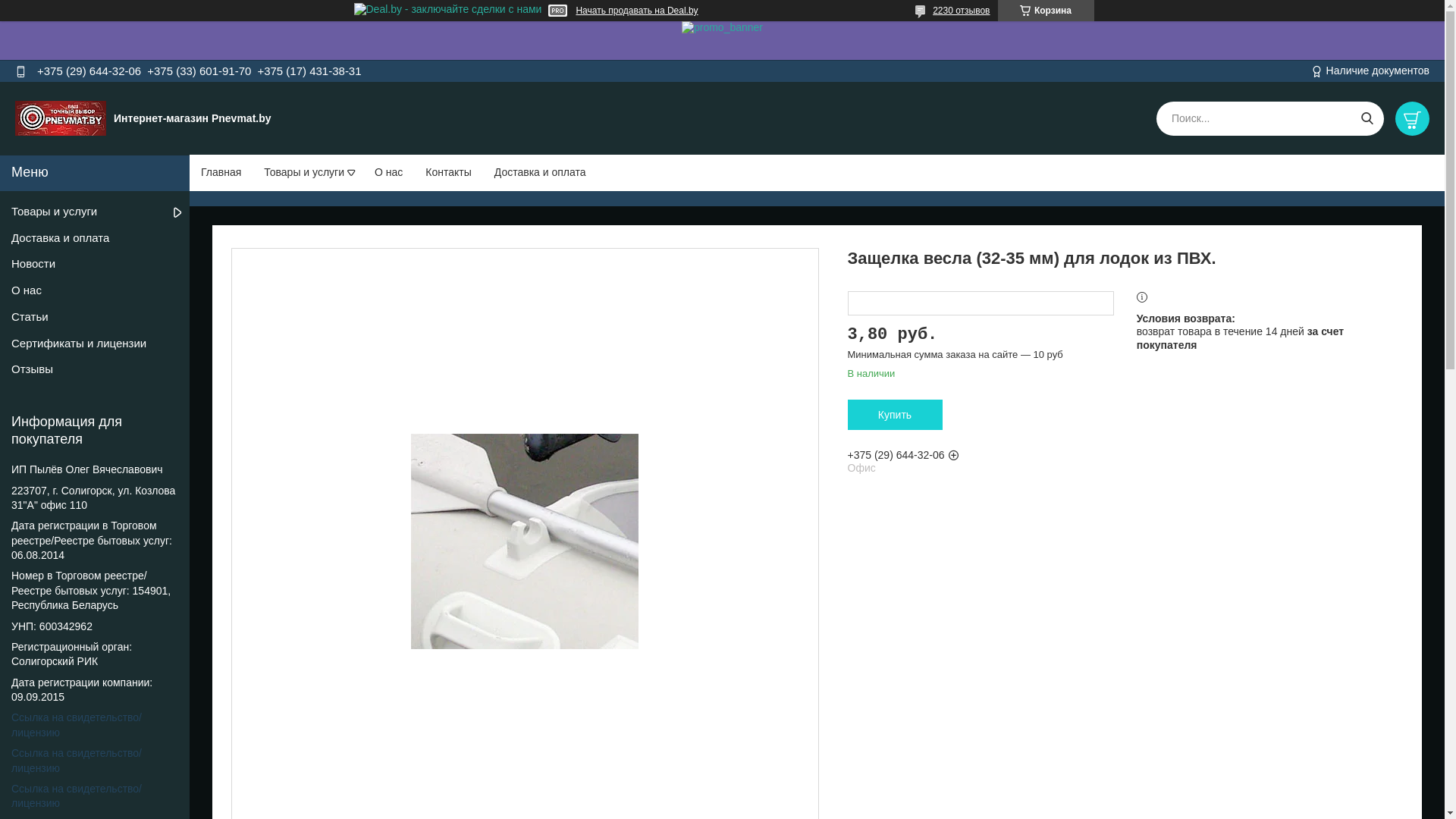 This screenshot has width=1456, height=819. Describe the element at coordinates (61, 116) in the screenshot. I see `'Pnevmat.by'` at that location.